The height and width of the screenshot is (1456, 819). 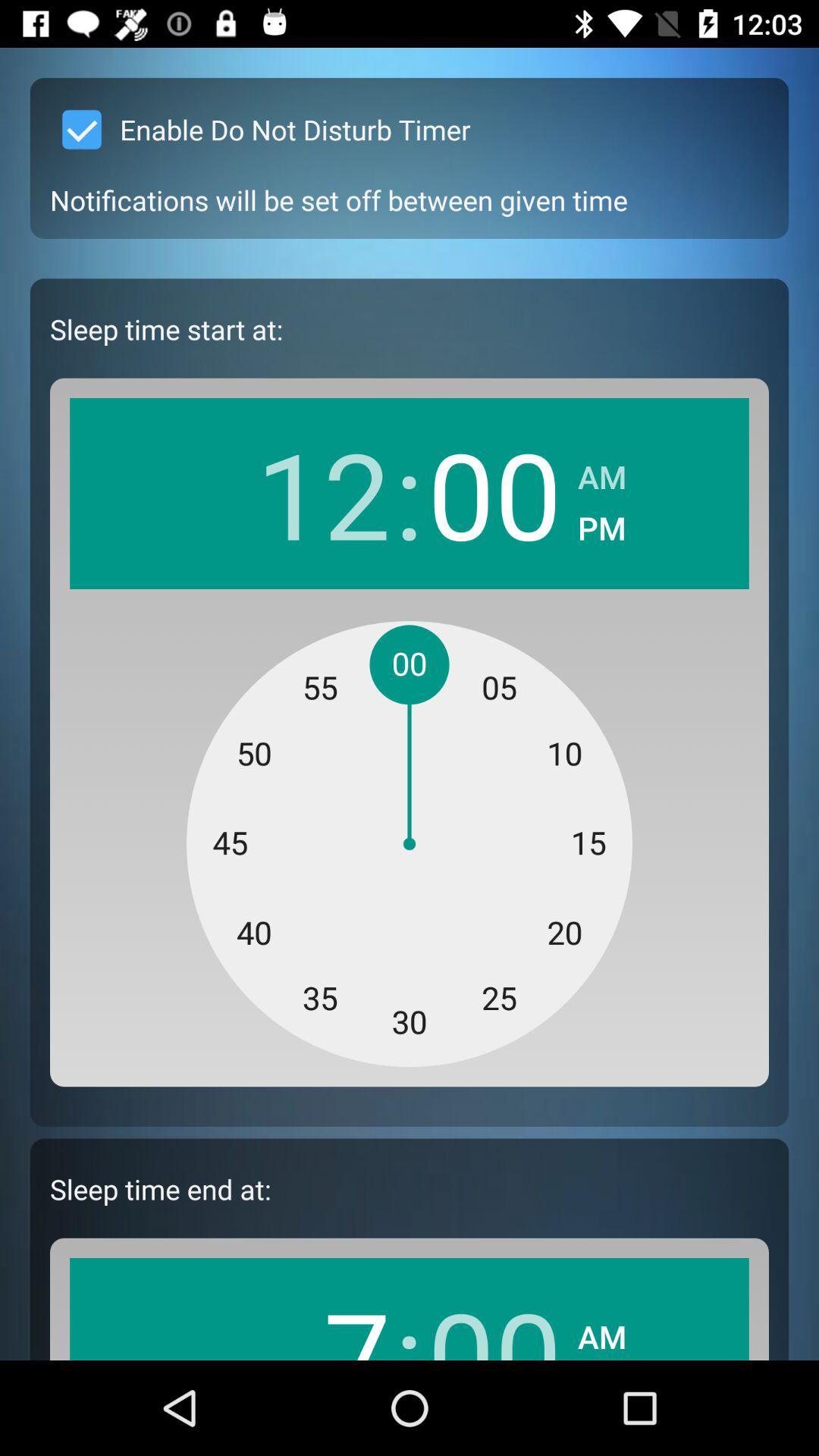 I want to click on item next to : app, so click(x=322, y=493).